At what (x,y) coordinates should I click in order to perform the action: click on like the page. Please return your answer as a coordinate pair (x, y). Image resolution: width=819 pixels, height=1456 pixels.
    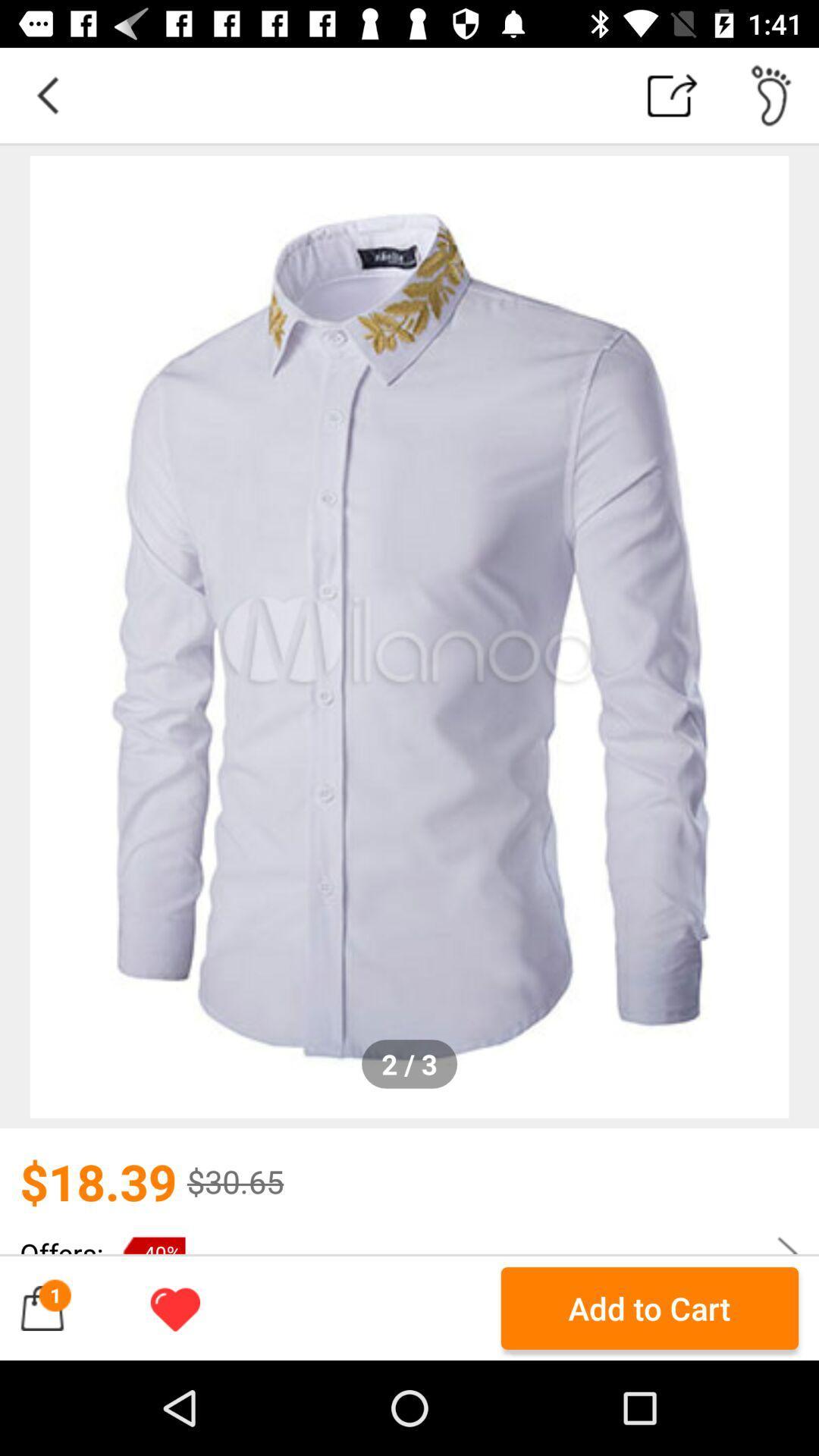
    Looking at the image, I should click on (174, 1307).